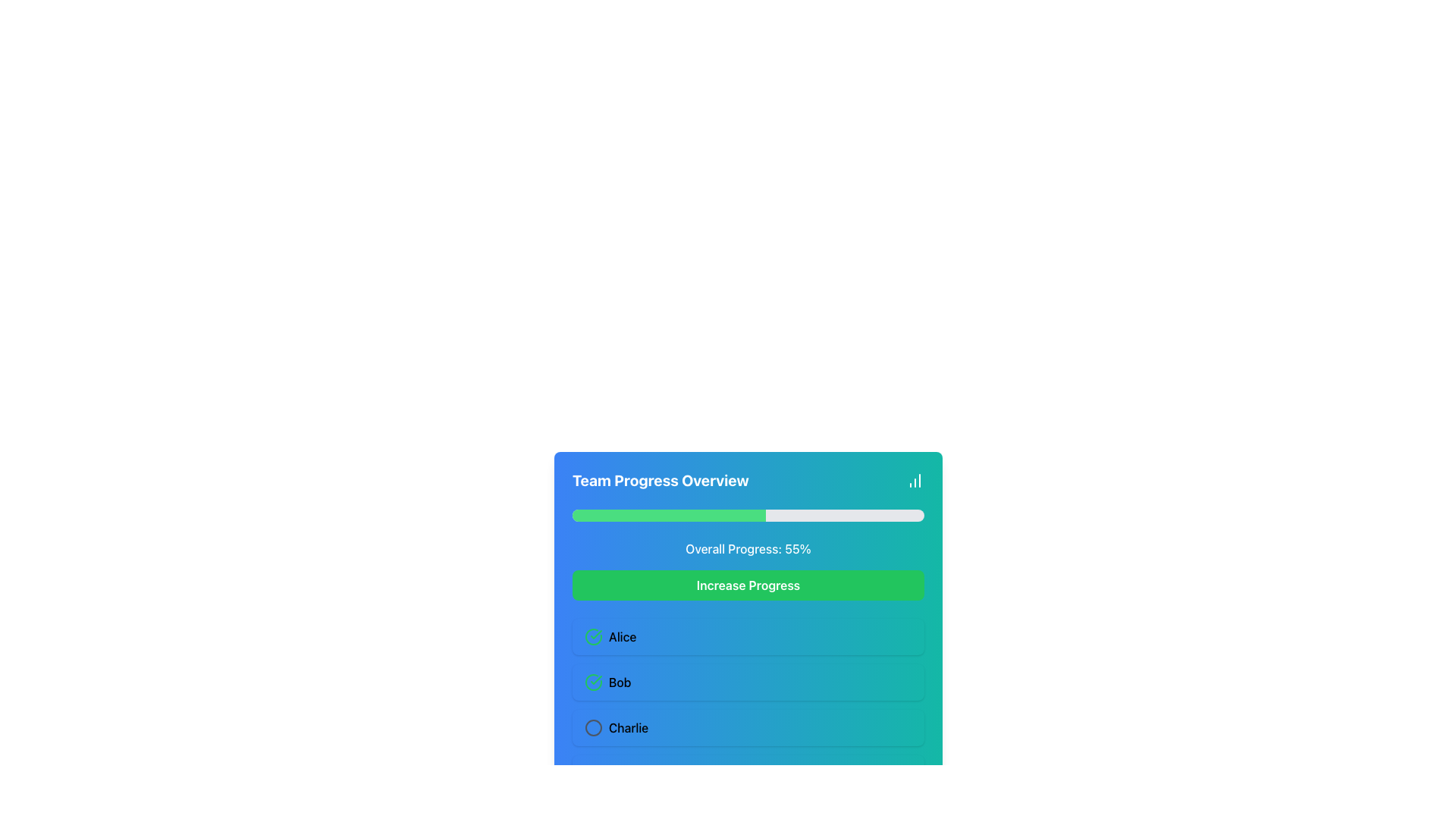 The image size is (1456, 819). Describe the element at coordinates (668, 514) in the screenshot. I see `the Progress Indicator located in the 'Team Progress Overview' panel, which visually represents the completed tasks with a green section indicating 55% fulfillment` at that location.